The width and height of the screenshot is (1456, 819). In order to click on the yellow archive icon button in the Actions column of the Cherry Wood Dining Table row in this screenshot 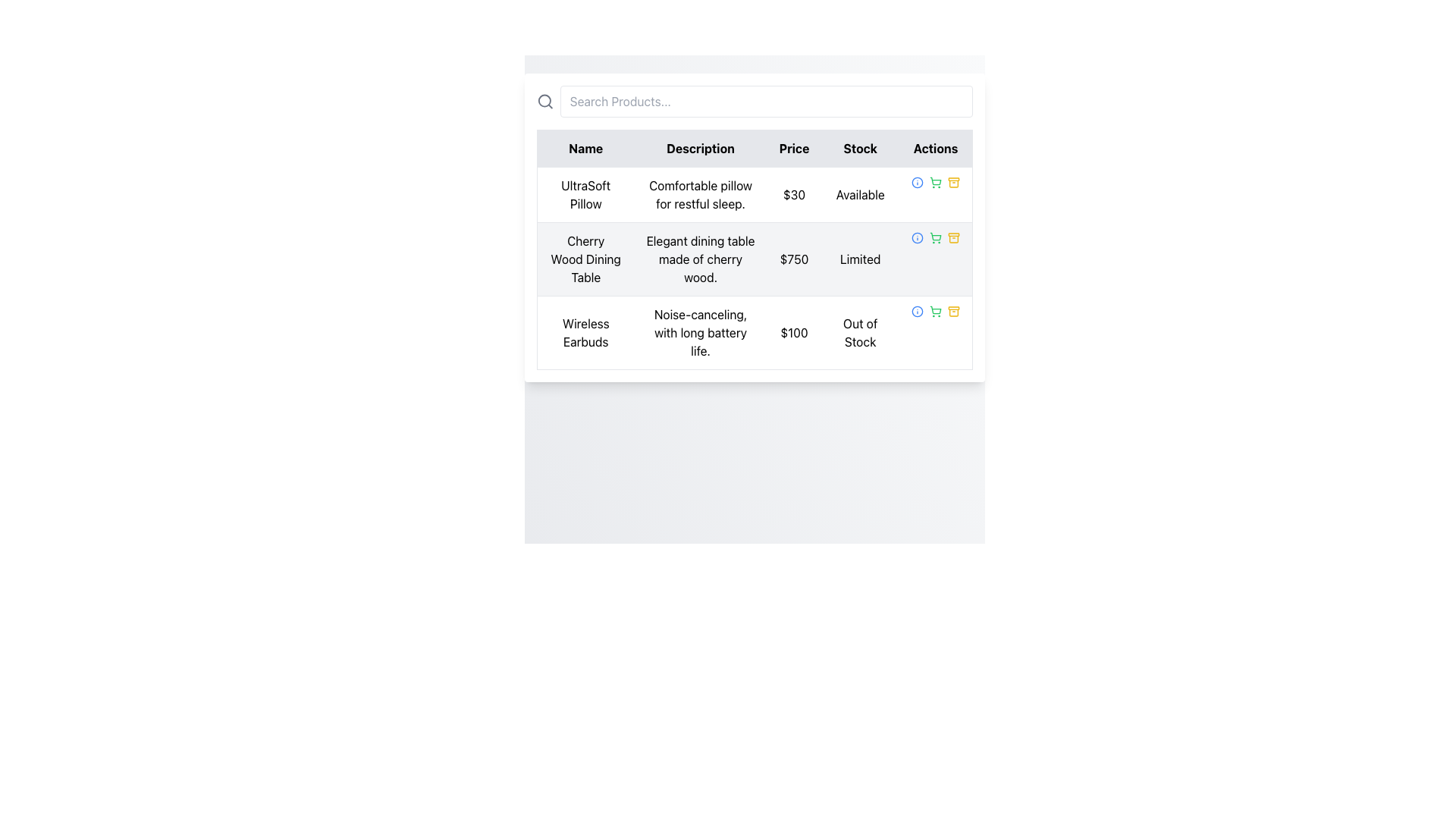, I will do `click(952, 237)`.